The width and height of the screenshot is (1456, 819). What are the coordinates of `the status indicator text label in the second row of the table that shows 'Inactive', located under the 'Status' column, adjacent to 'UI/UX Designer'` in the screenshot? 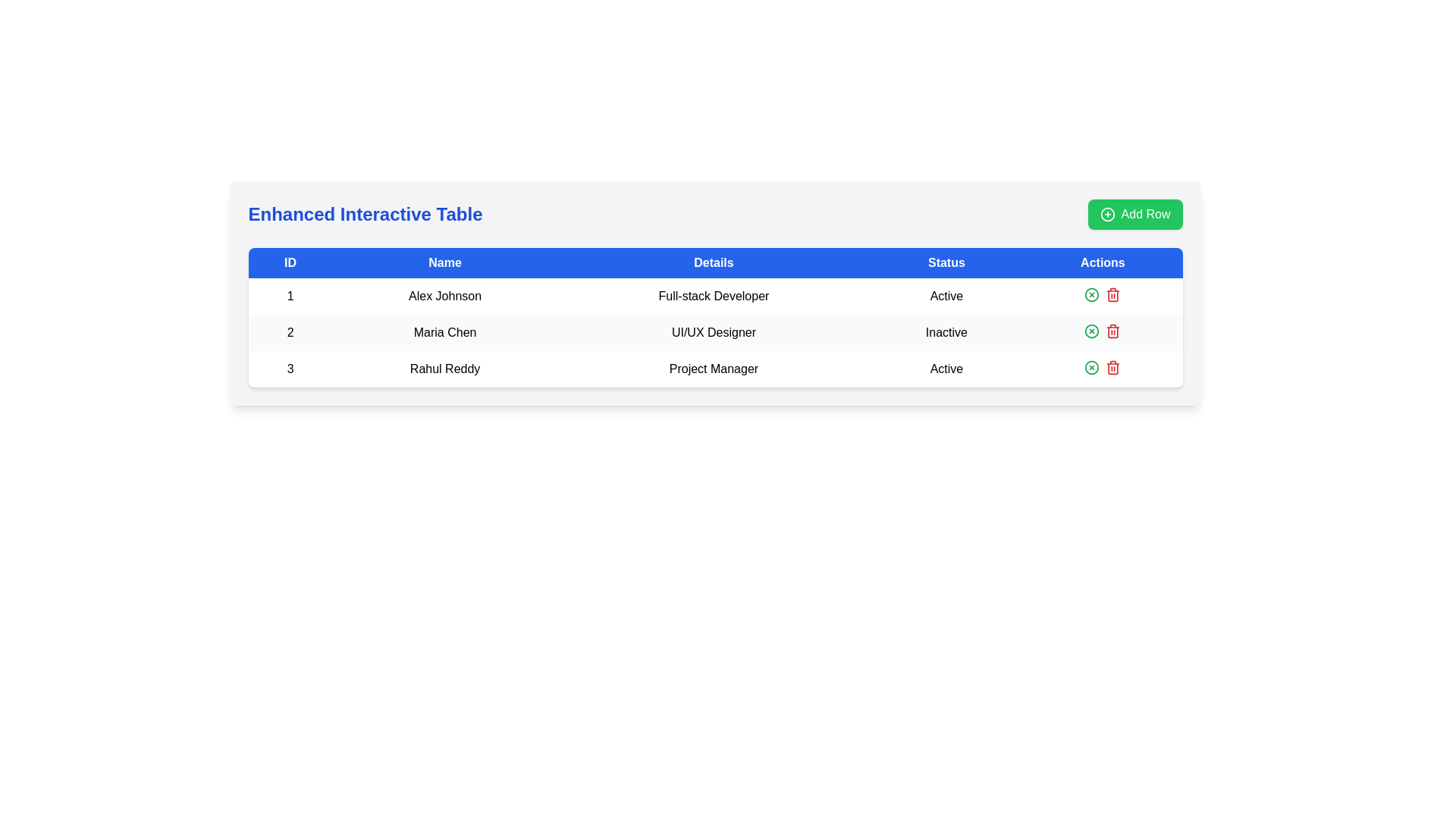 It's located at (946, 332).